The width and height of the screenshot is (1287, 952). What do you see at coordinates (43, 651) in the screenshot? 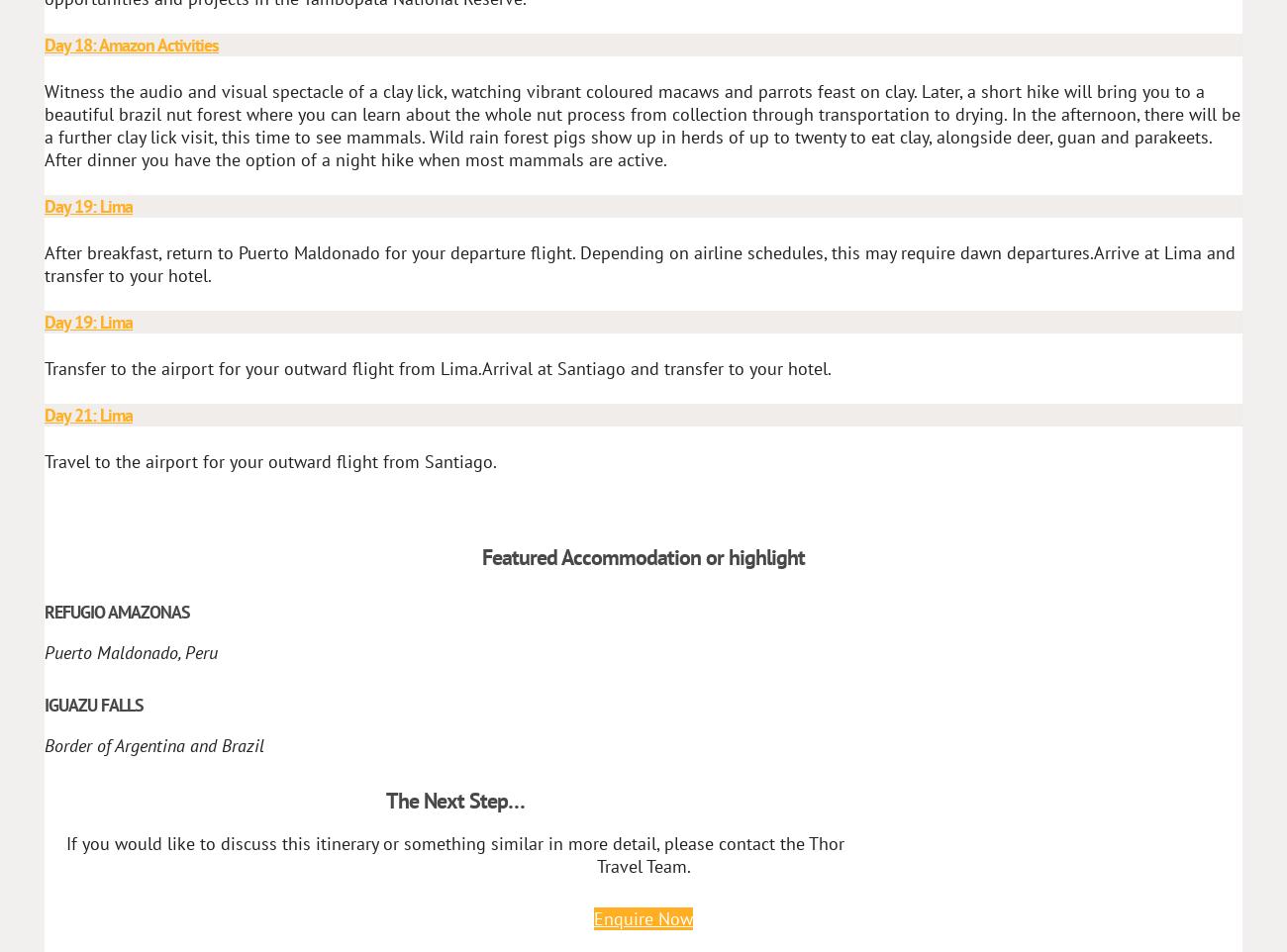
I see `'Puerto Maldonado, Peru'` at bounding box center [43, 651].